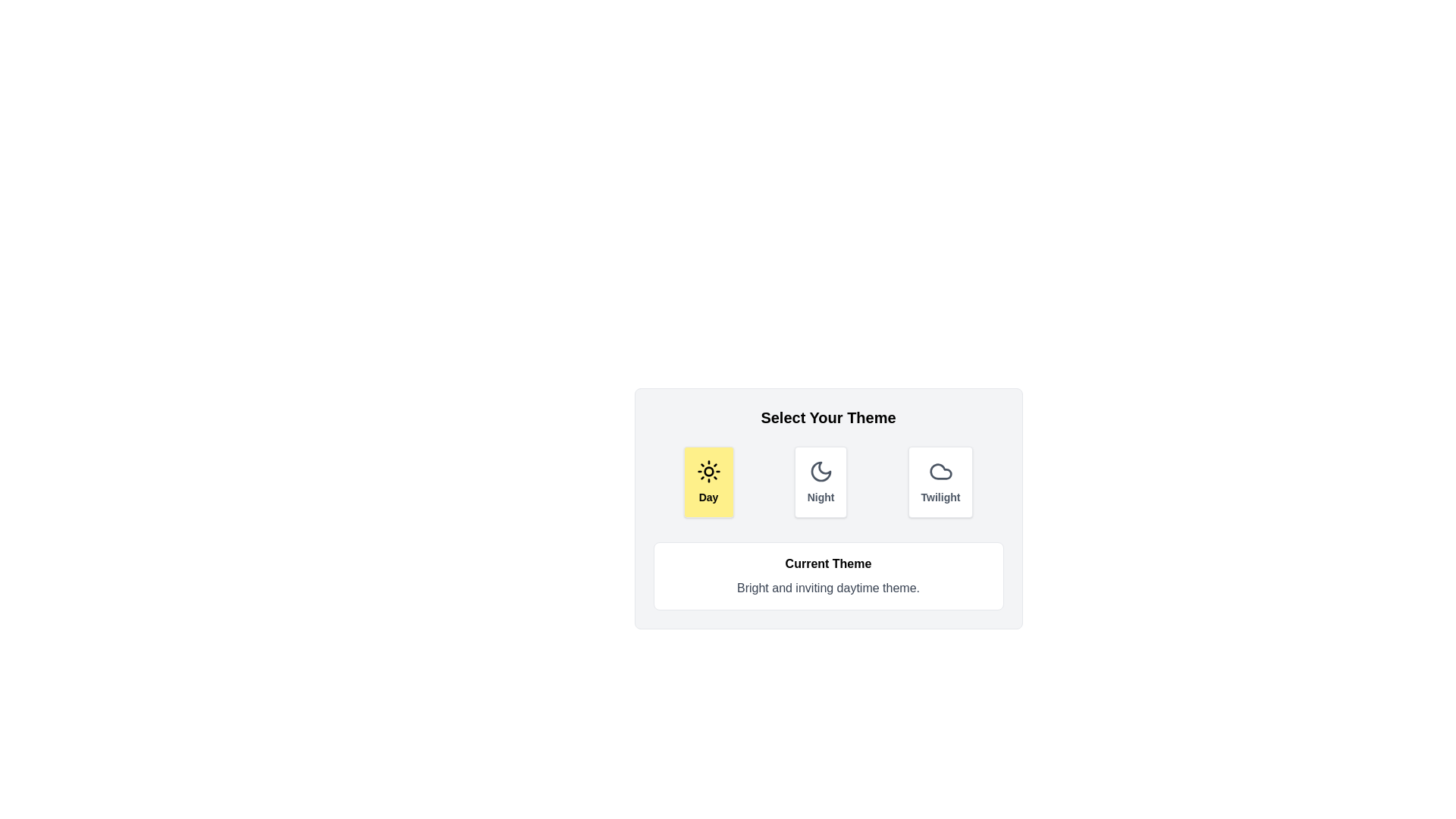 Image resolution: width=1456 pixels, height=819 pixels. What do you see at coordinates (708, 482) in the screenshot?
I see `the theme button corresponding to Day` at bounding box center [708, 482].